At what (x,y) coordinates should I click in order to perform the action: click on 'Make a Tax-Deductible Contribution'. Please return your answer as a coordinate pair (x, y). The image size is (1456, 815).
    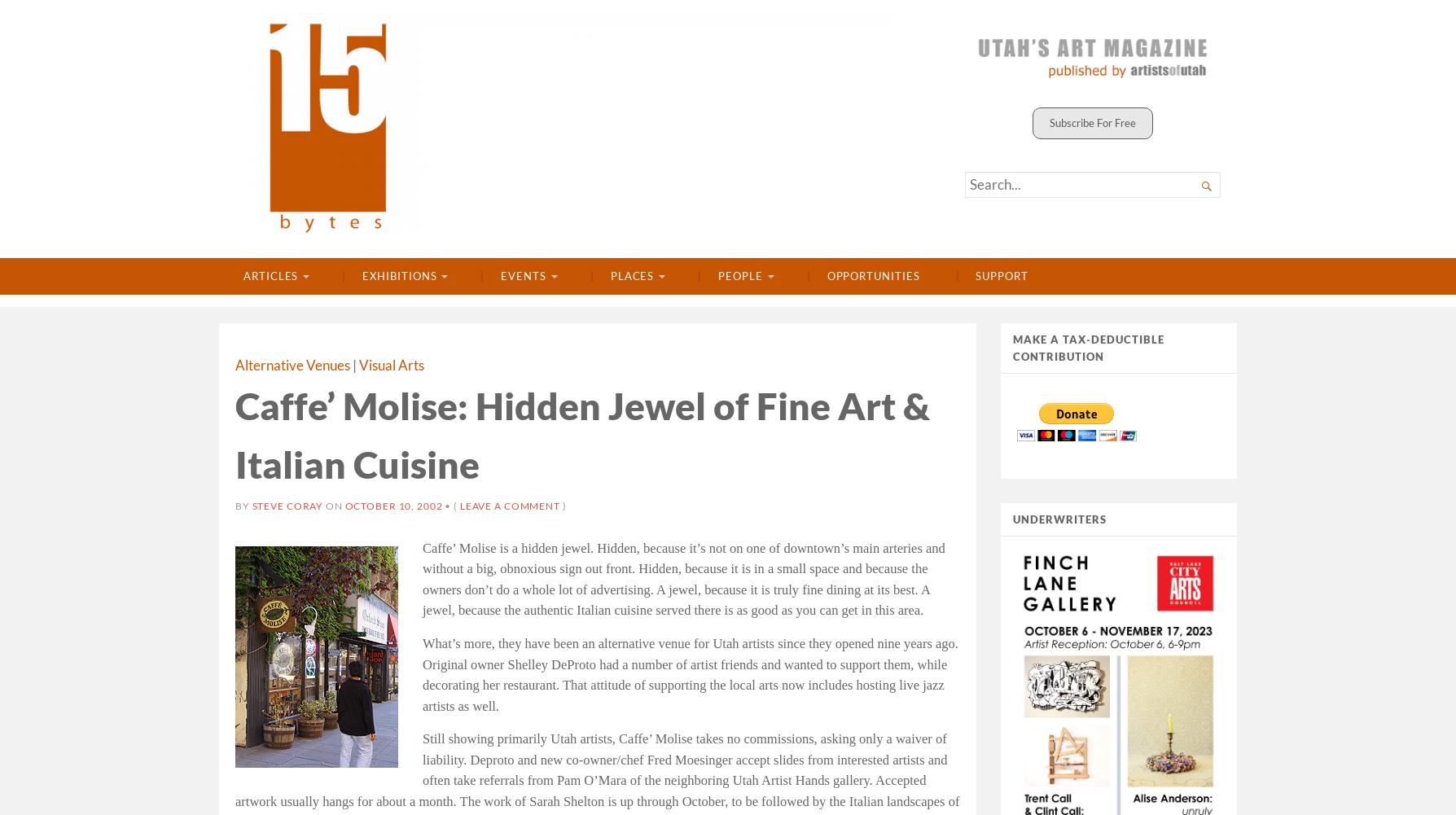
    Looking at the image, I should click on (1088, 347).